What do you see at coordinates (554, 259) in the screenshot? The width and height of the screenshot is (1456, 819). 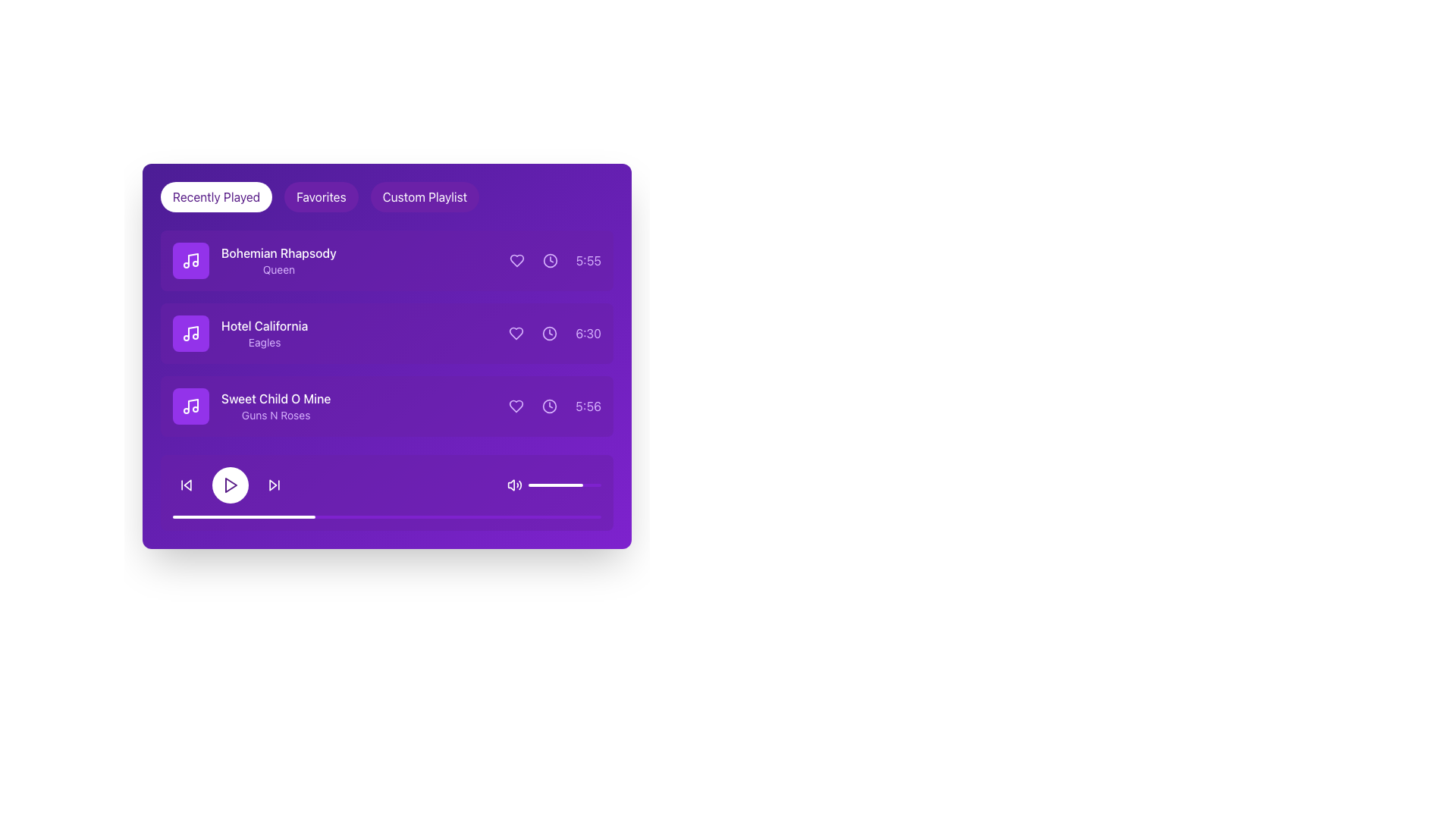 I see `the time display labeled '5:55' styled in a purple-themed design, located on the right side of the first row in the list labeled 'Bohemian Rhapsody'` at bounding box center [554, 259].